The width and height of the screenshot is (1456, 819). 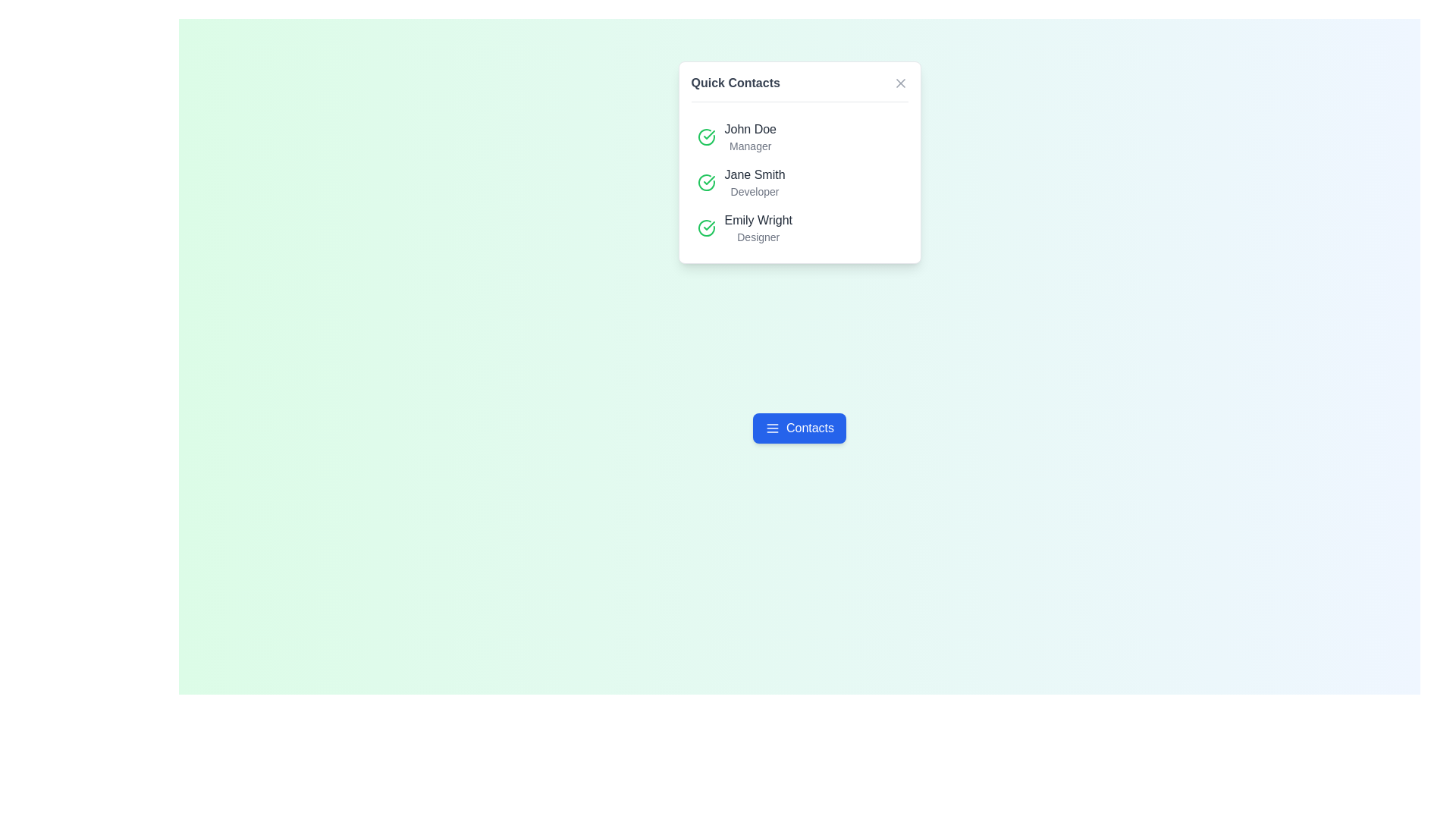 What do you see at coordinates (750, 137) in the screenshot?
I see `the Text Display element that shows the name and designation of a contact in the 'Quick Contacts' card, which is the first entry in the list` at bounding box center [750, 137].